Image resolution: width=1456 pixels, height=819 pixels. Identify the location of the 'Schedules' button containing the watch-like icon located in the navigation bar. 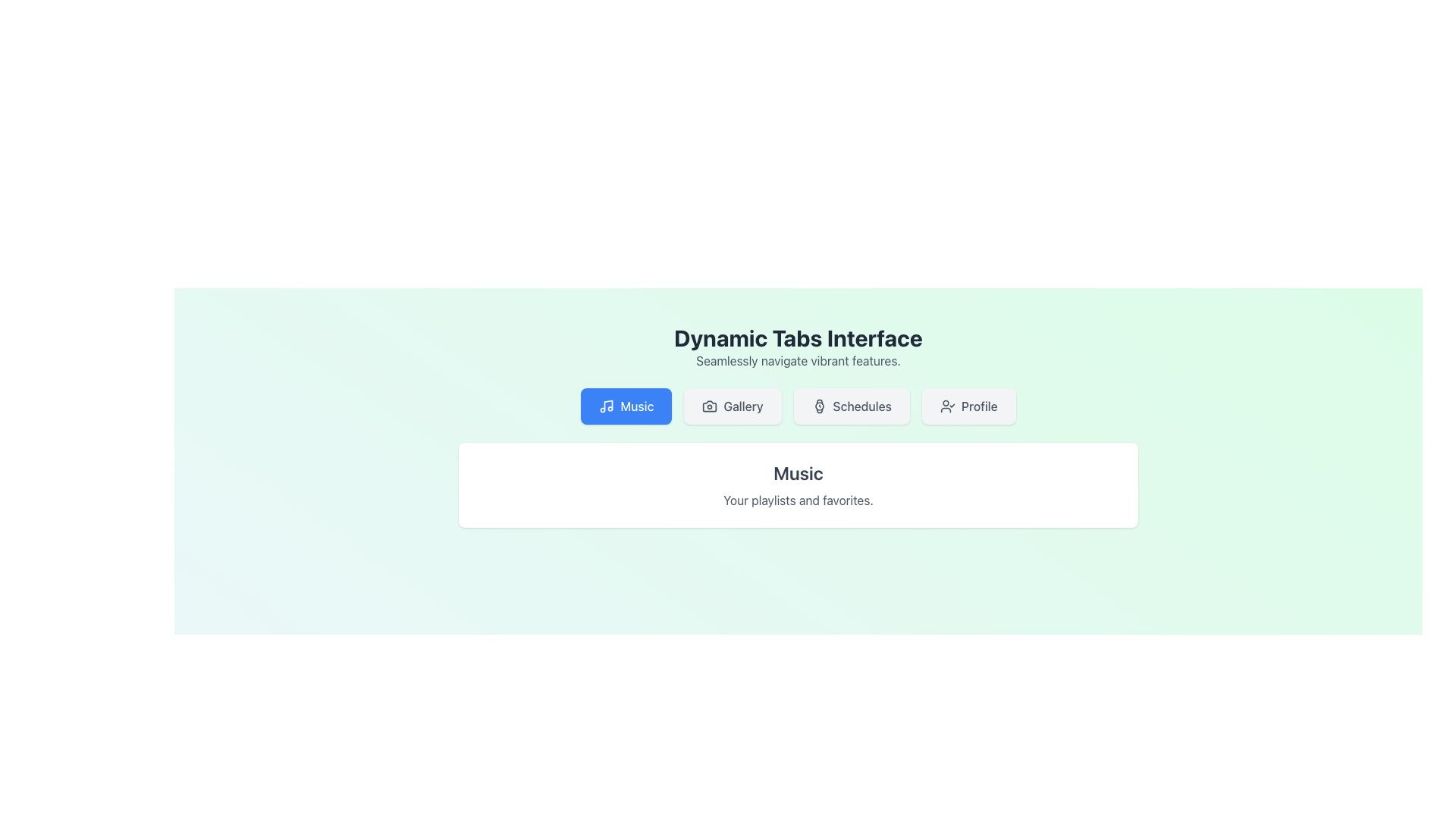
(818, 406).